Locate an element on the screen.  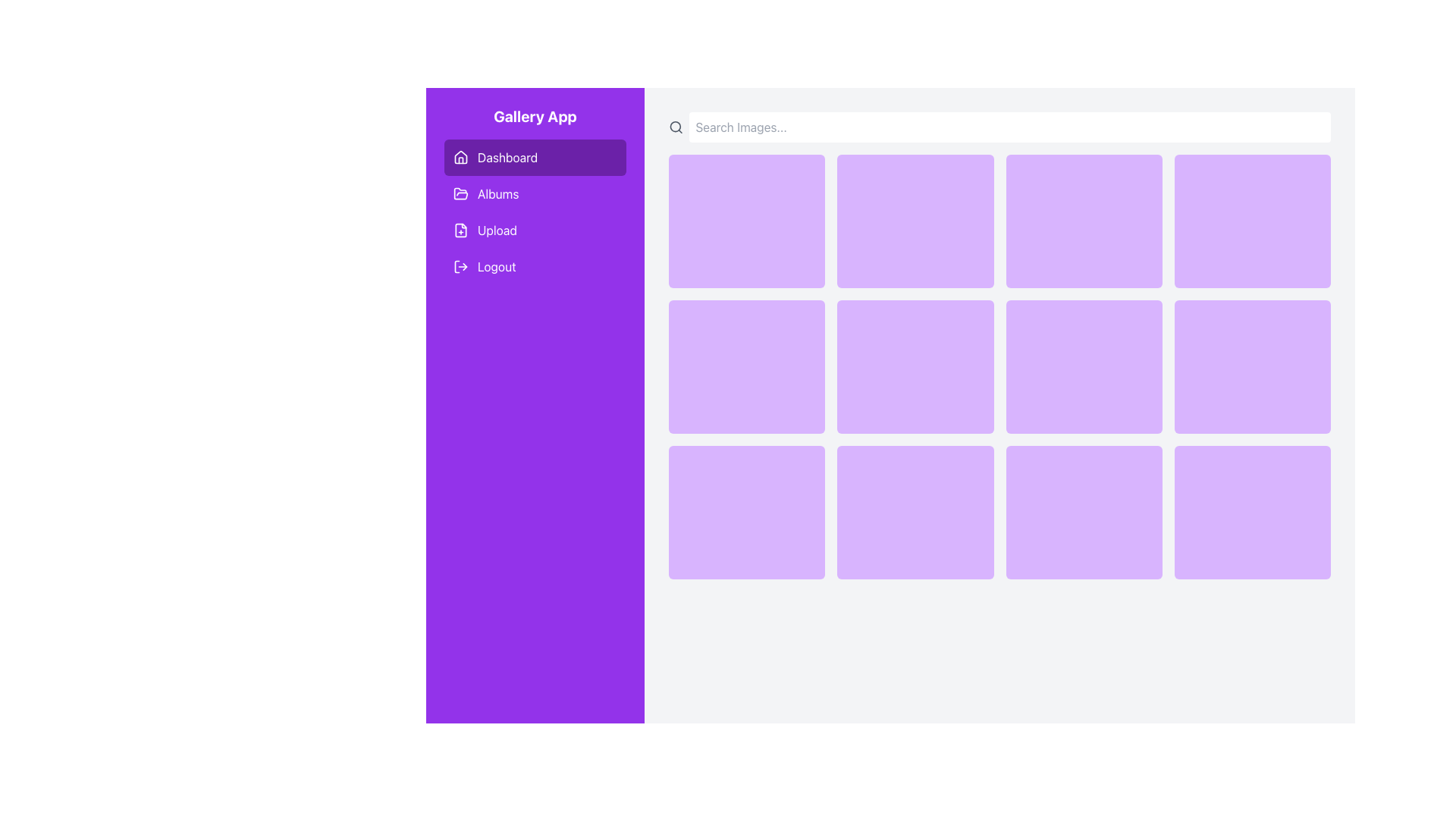
the 'Dashboard' navigation button located in the purple sidebar on the left, which is the first item above the 'Albums' button is located at coordinates (535, 158).